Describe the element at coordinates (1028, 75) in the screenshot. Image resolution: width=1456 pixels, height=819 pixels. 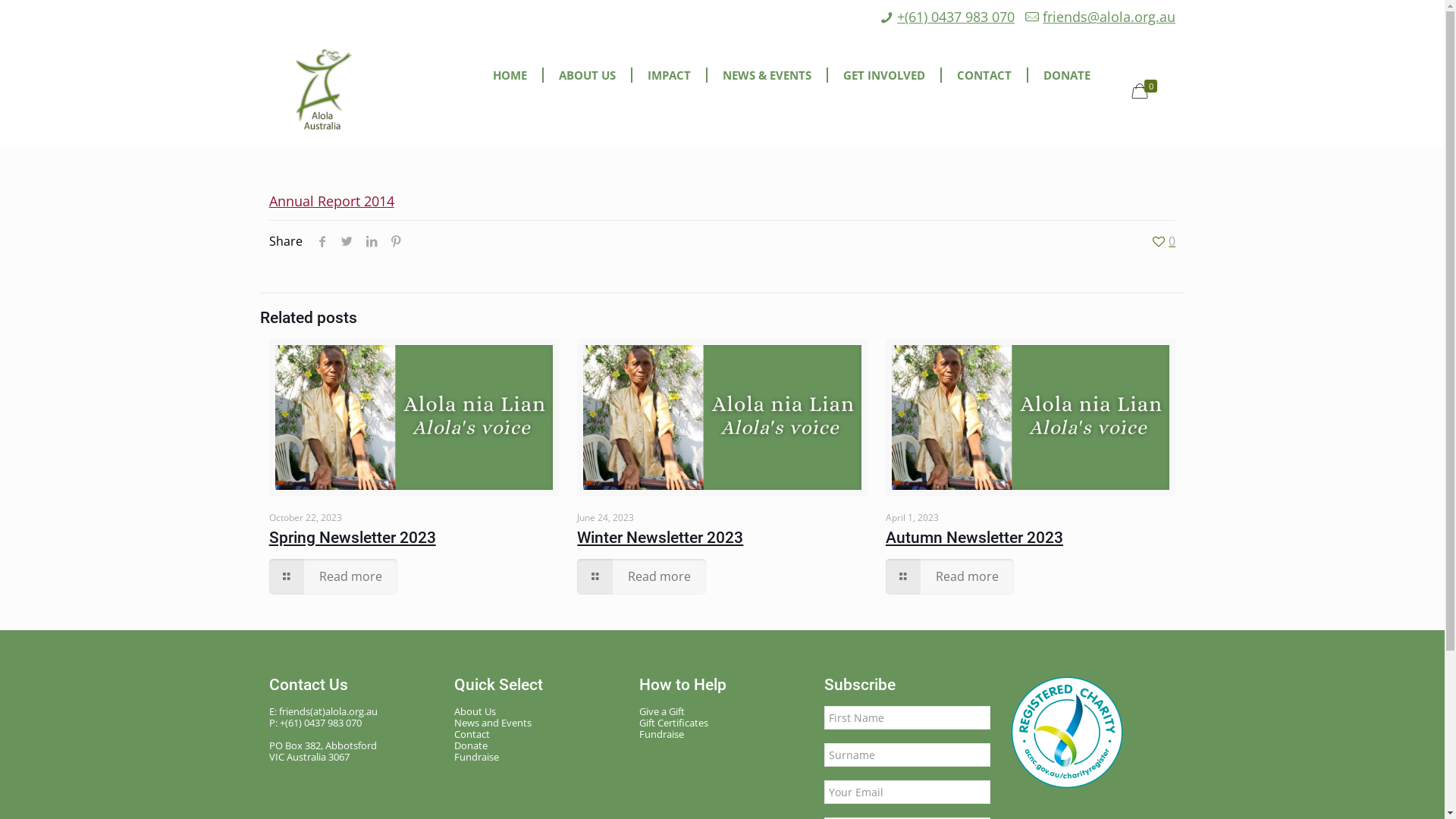
I see `'DONATE'` at that location.